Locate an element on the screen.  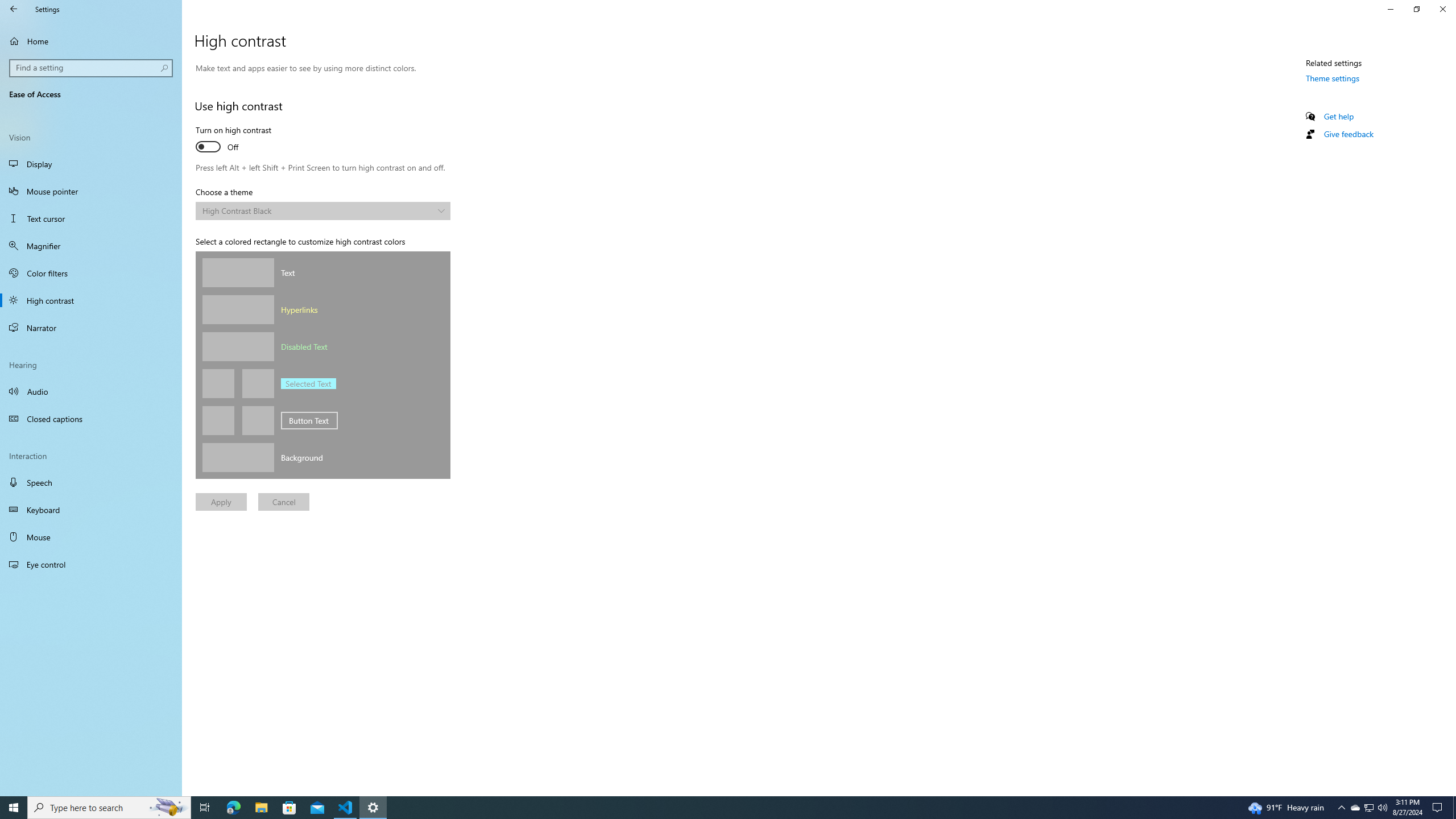
'Give feedback' is located at coordinates (1347, 133).